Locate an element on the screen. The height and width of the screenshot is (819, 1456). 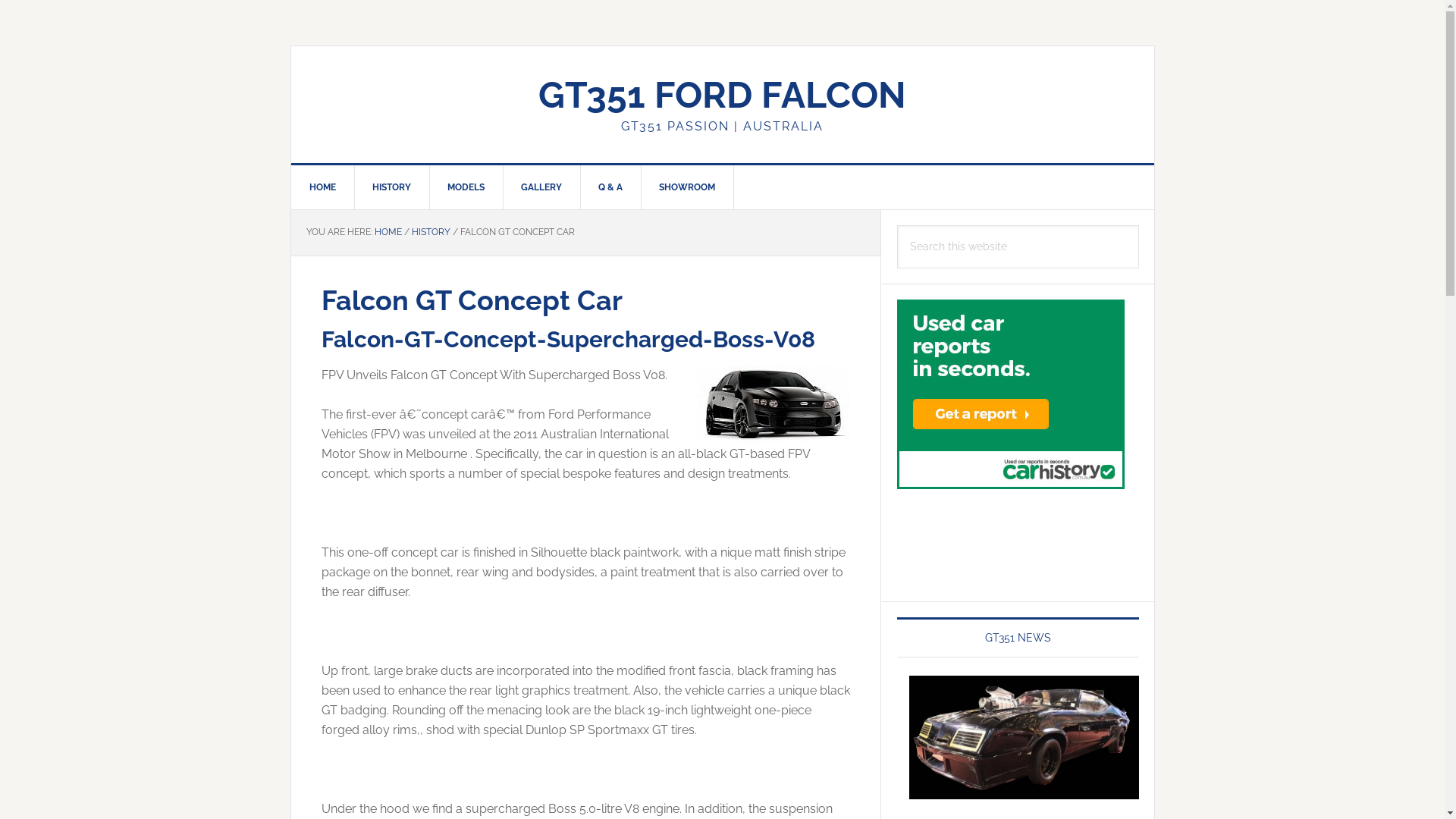
'HOME' is located at coordinates (322, 186).